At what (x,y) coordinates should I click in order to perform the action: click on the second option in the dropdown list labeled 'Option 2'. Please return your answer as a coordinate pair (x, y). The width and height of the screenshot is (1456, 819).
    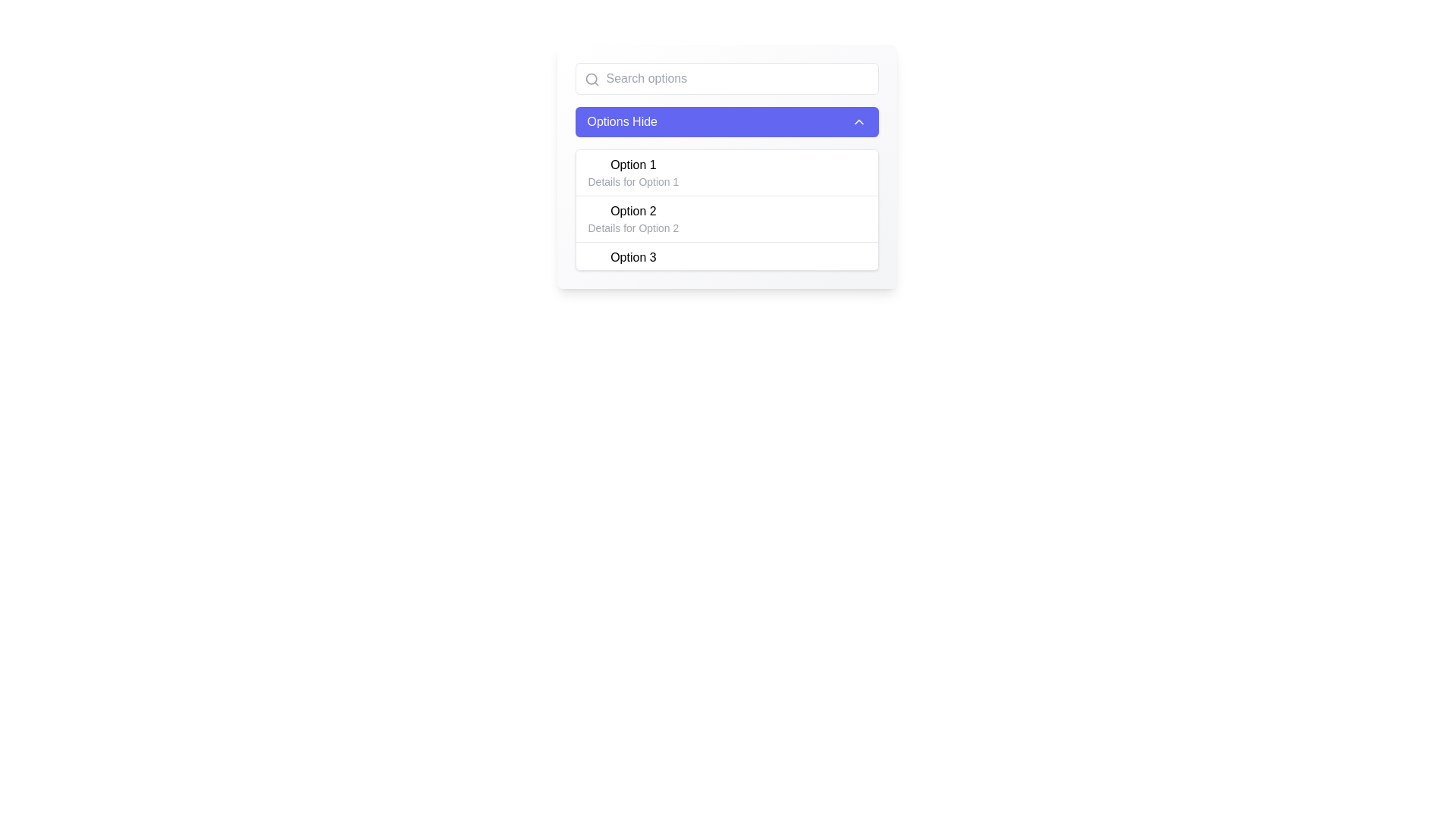
    Looking at the image, I should click on (726, 218).